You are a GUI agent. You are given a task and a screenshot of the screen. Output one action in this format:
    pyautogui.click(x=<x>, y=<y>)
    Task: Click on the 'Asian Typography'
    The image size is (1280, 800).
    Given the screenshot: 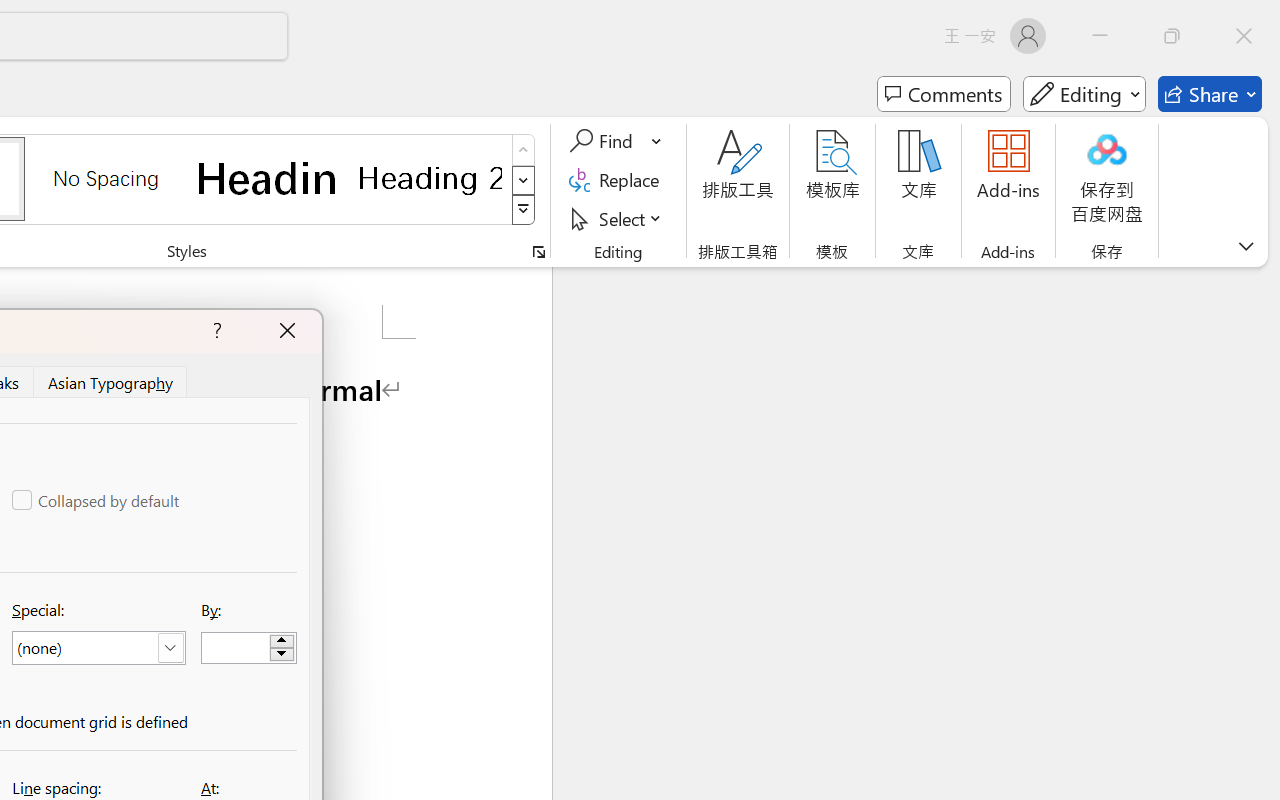 What is the action you would take?
    pyautogui.click(x=111, y=380)
    